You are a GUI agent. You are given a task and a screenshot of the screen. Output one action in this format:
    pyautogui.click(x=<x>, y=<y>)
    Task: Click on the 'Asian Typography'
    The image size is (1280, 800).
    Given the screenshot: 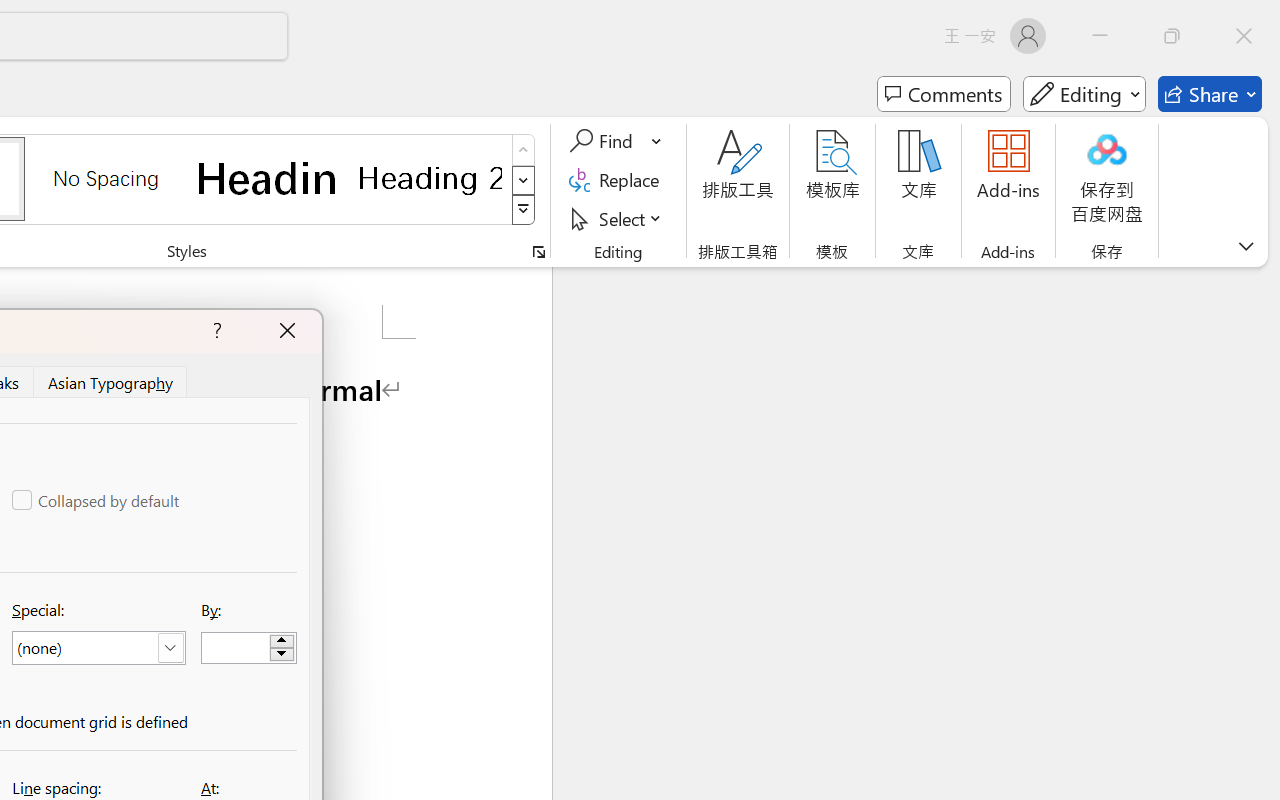 What is the action you would take?
    pyautogui.click(x=111, y=380)
    